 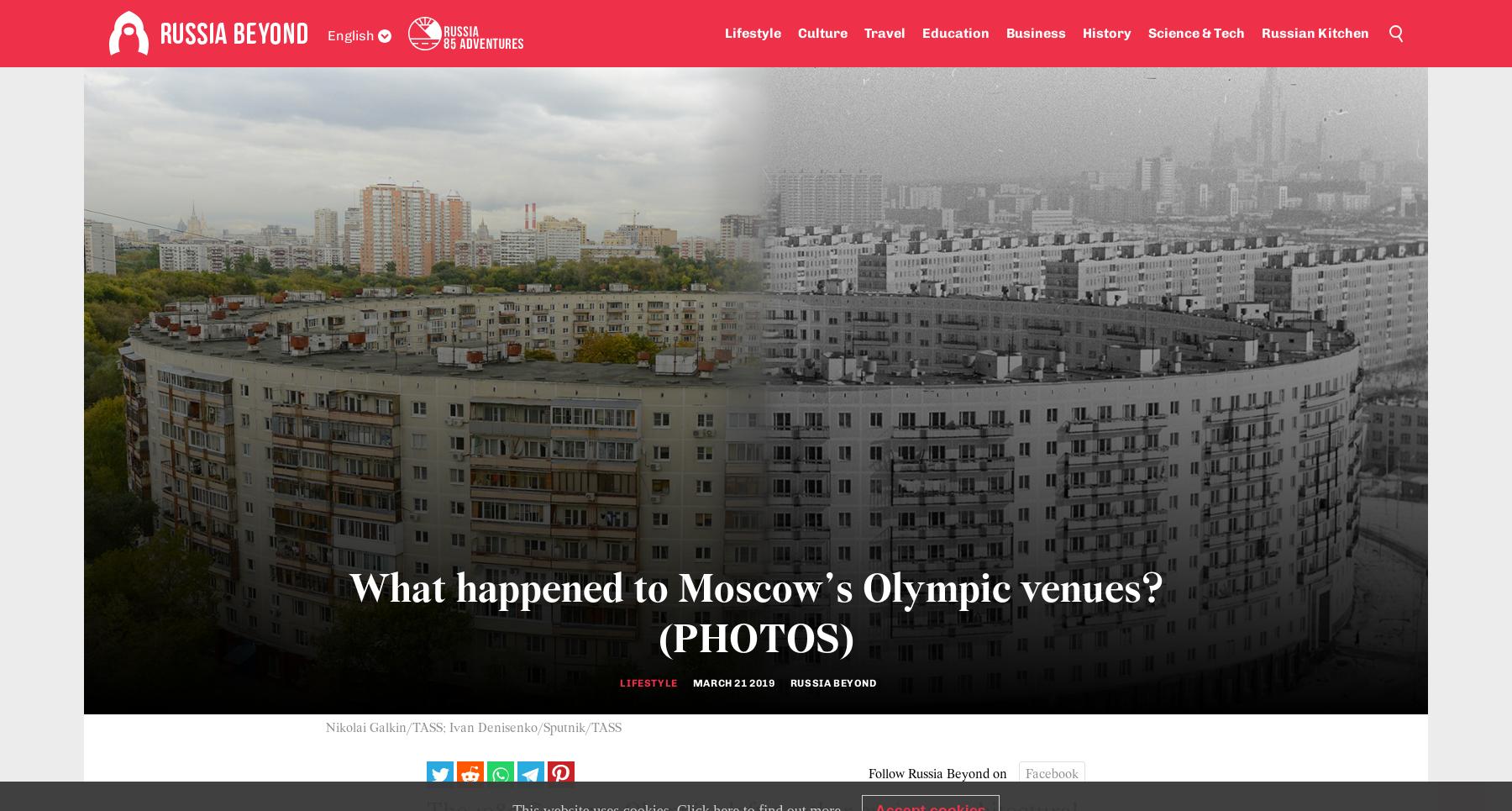 I want to click on 'March 21 2019', so click(x=733, y=683).